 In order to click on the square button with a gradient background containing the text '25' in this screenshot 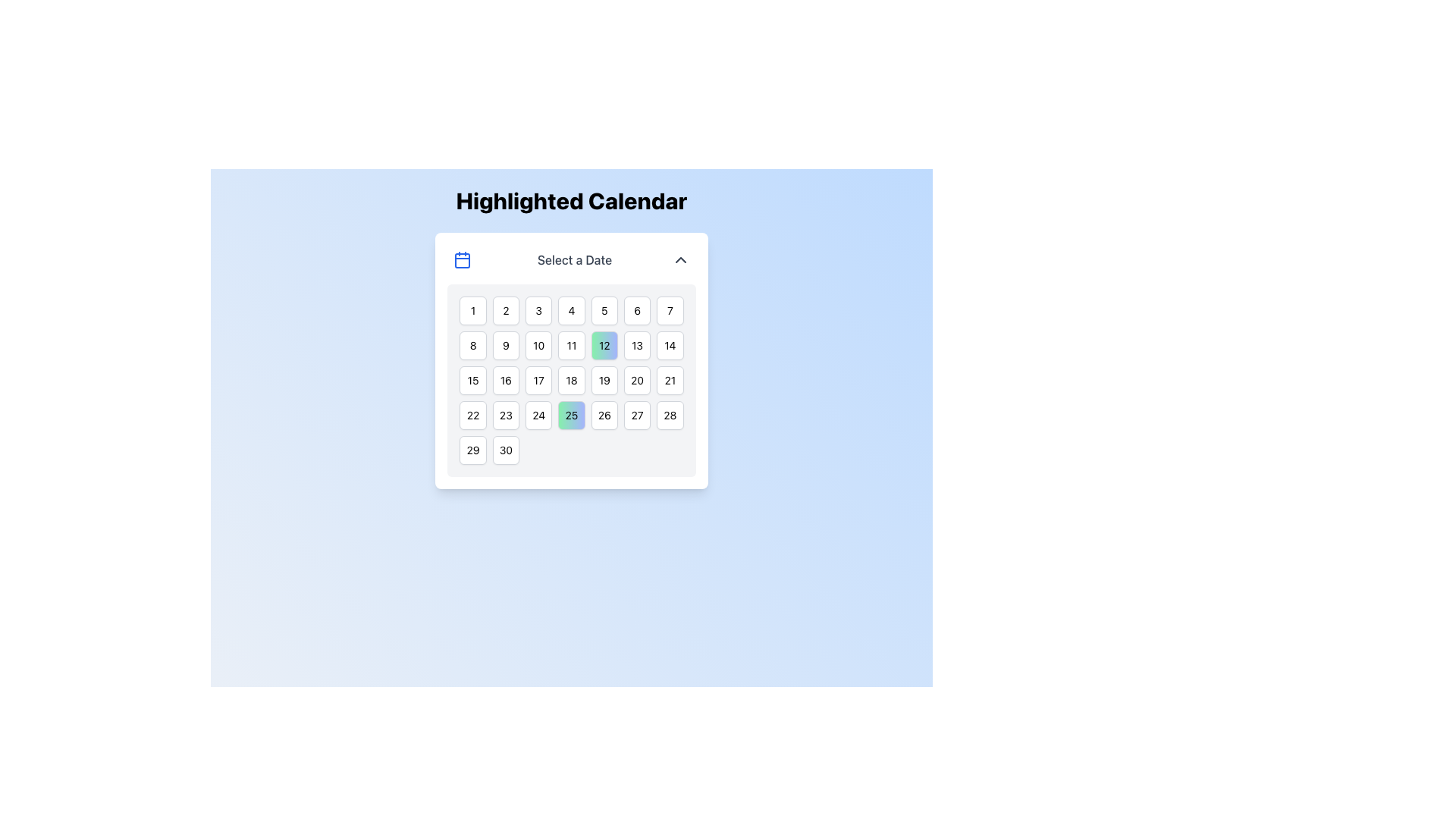, I will do `click(570, 415)`.